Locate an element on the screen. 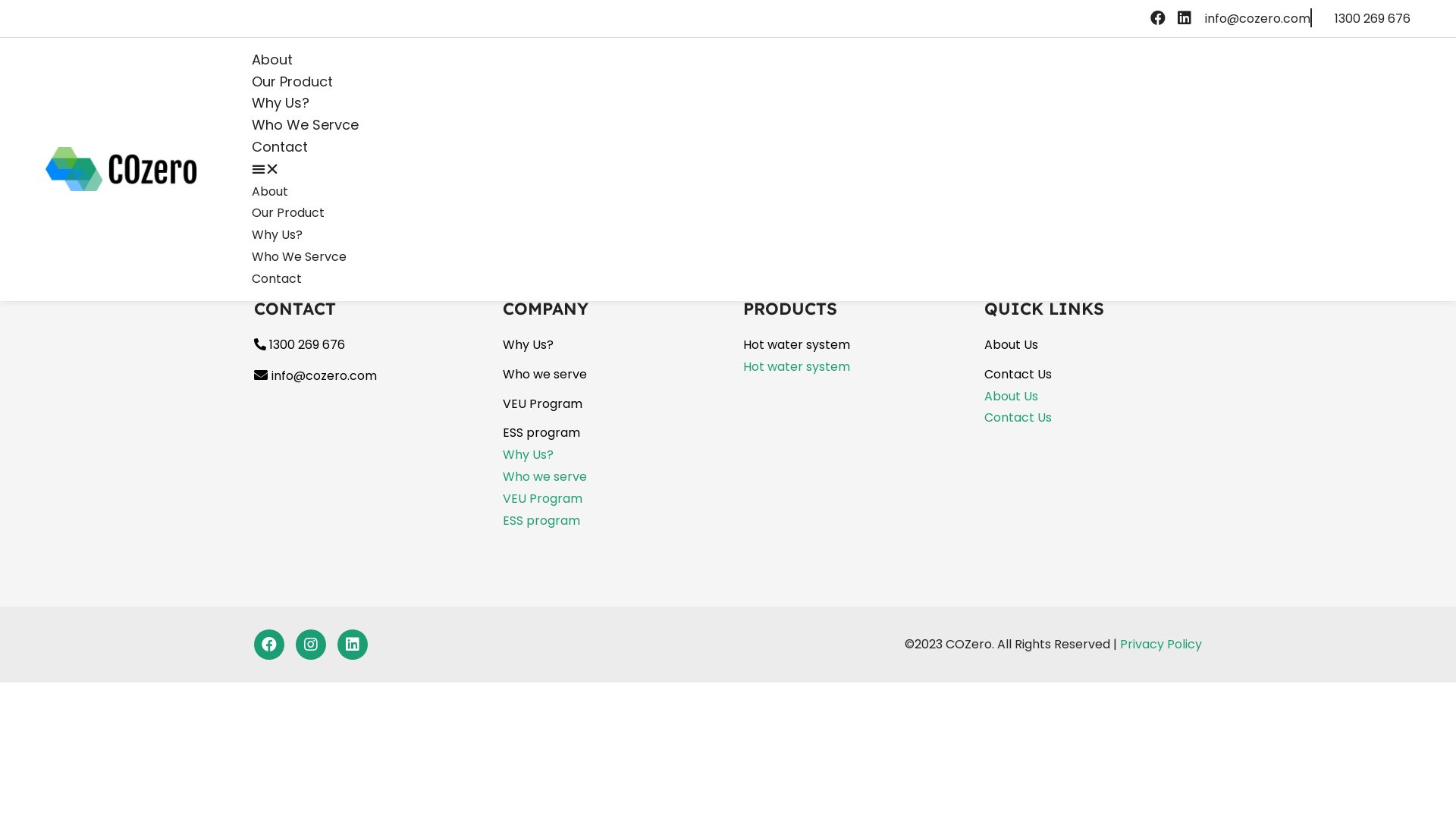 The width and height of the screenshot is (1456, 819). 'Why Us?' is located at coordinates (251, 102).